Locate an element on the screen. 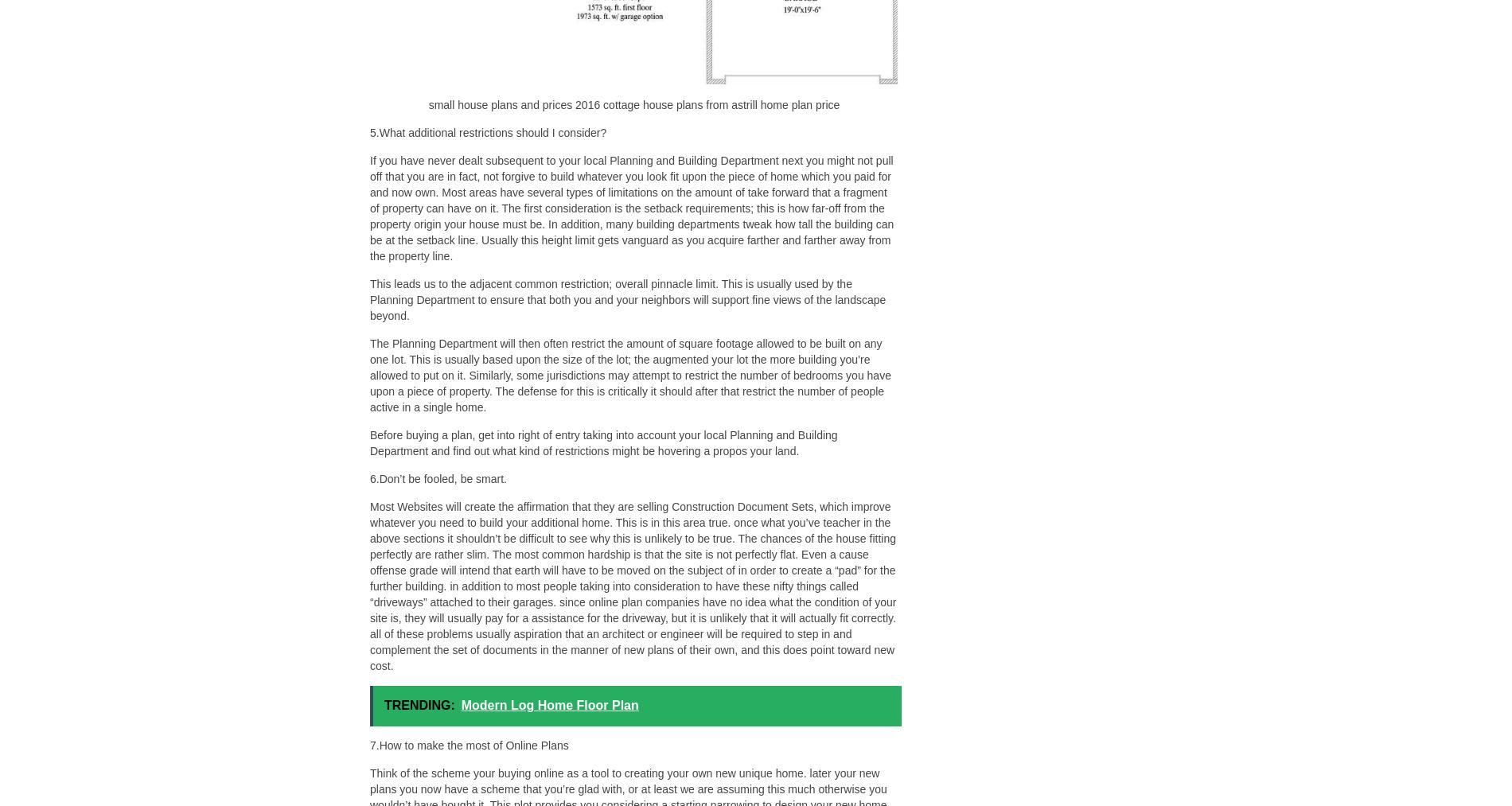 This screenshot has height=806, width=1512. 'Modern Log Home Floor Plan' is located at coordinates (549, 704).